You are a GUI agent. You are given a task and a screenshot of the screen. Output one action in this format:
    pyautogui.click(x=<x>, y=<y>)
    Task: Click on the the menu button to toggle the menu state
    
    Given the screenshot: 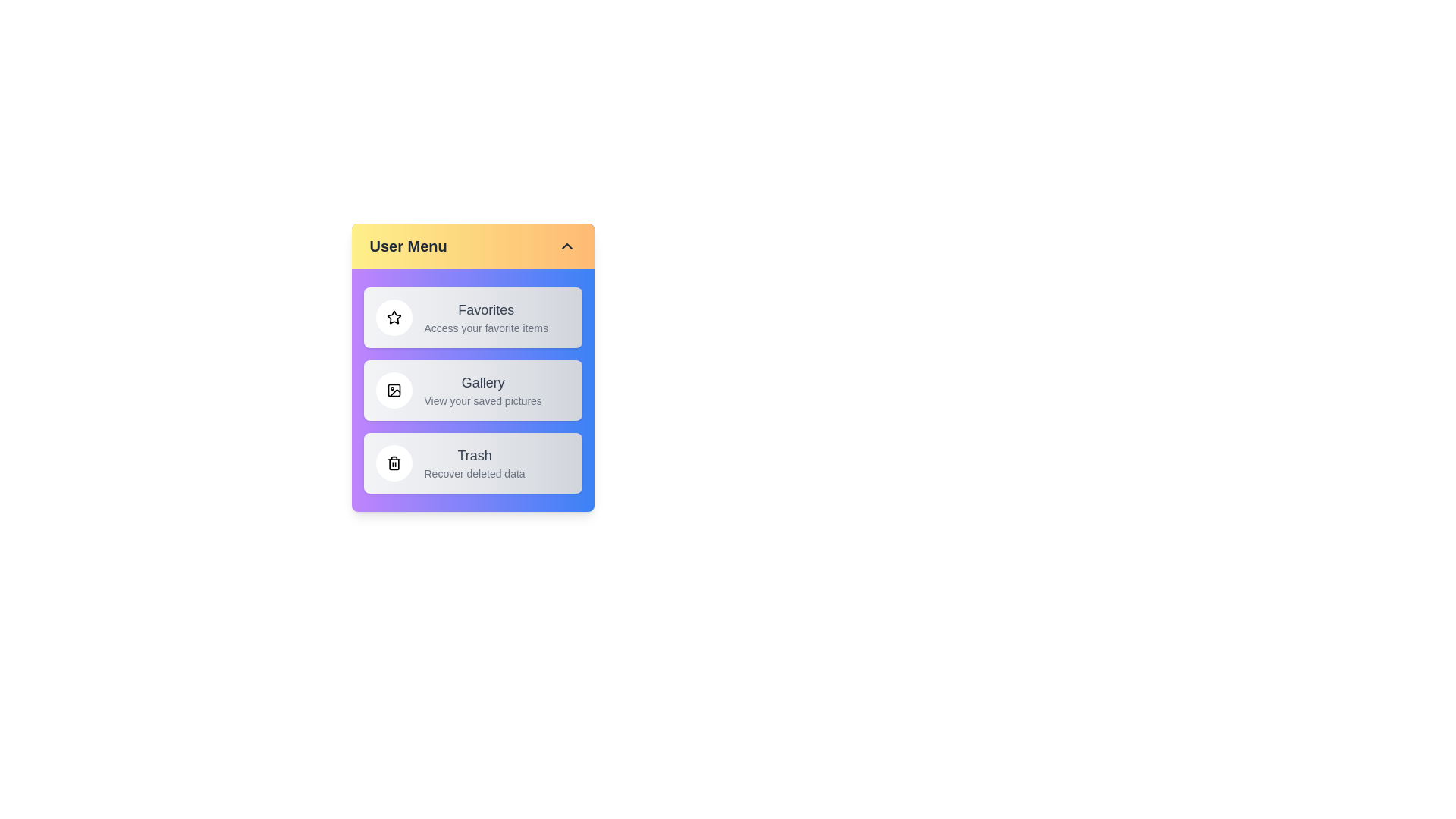 What is the action you would take?
    pyautogui.click(x=472, y=245)
    